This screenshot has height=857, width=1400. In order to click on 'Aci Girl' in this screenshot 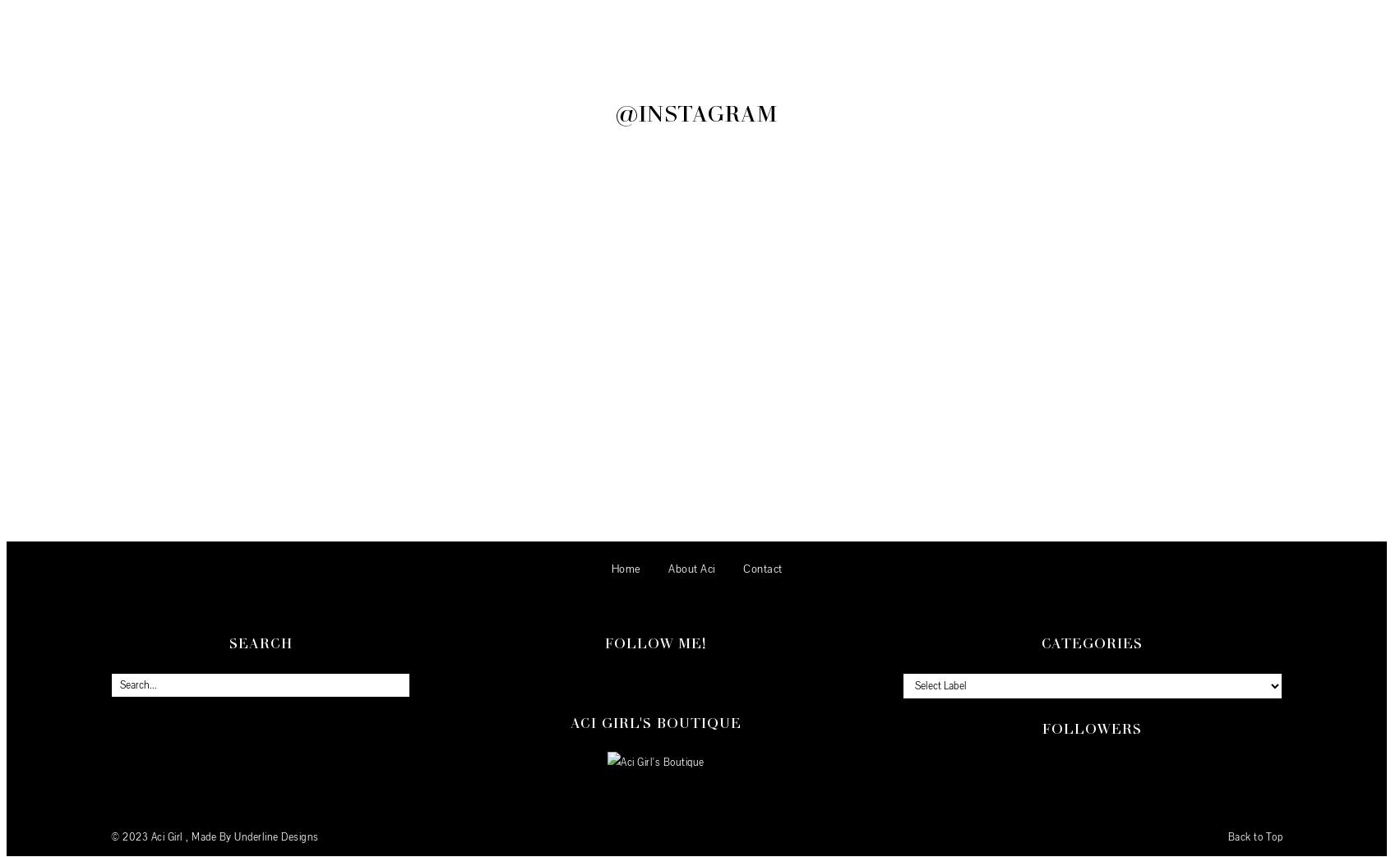, I will do `click(167, 837)`.